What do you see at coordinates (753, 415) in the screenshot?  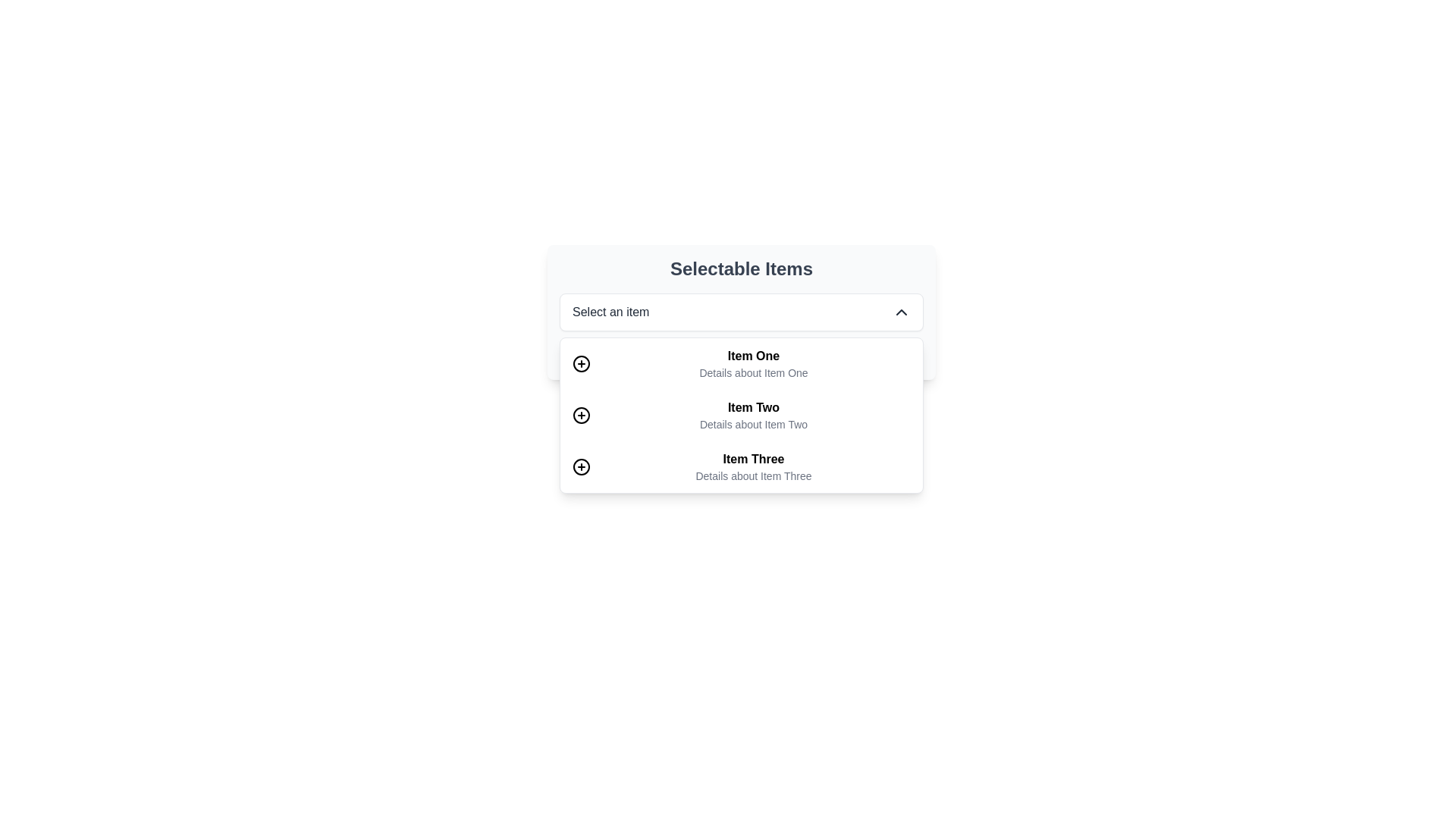 I see `the list item titled 'Item Two'` at bounding box center [753, 415].